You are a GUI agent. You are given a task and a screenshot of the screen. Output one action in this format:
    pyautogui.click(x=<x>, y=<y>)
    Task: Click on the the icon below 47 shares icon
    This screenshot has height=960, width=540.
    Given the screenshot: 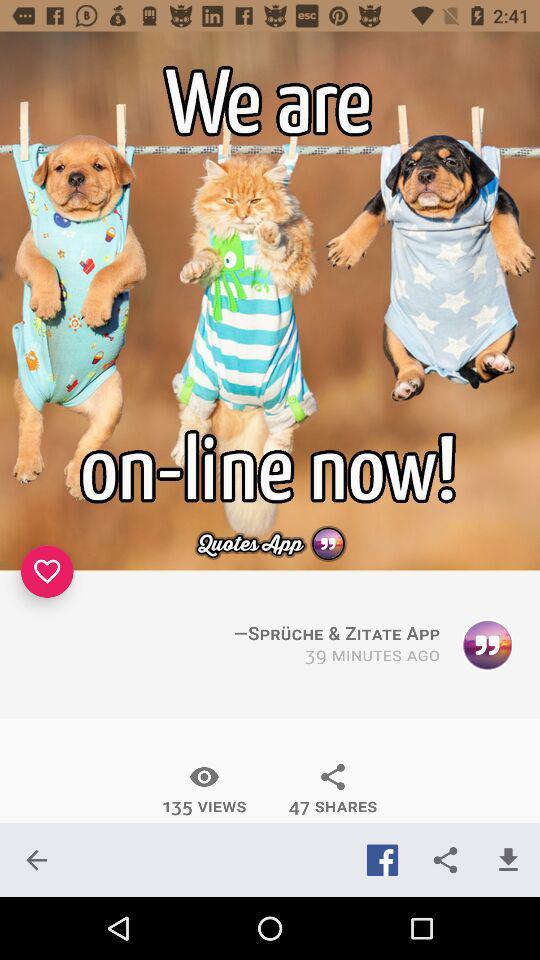 What is the action you would take?
    pyautogui.click(x=382, y=859)
    